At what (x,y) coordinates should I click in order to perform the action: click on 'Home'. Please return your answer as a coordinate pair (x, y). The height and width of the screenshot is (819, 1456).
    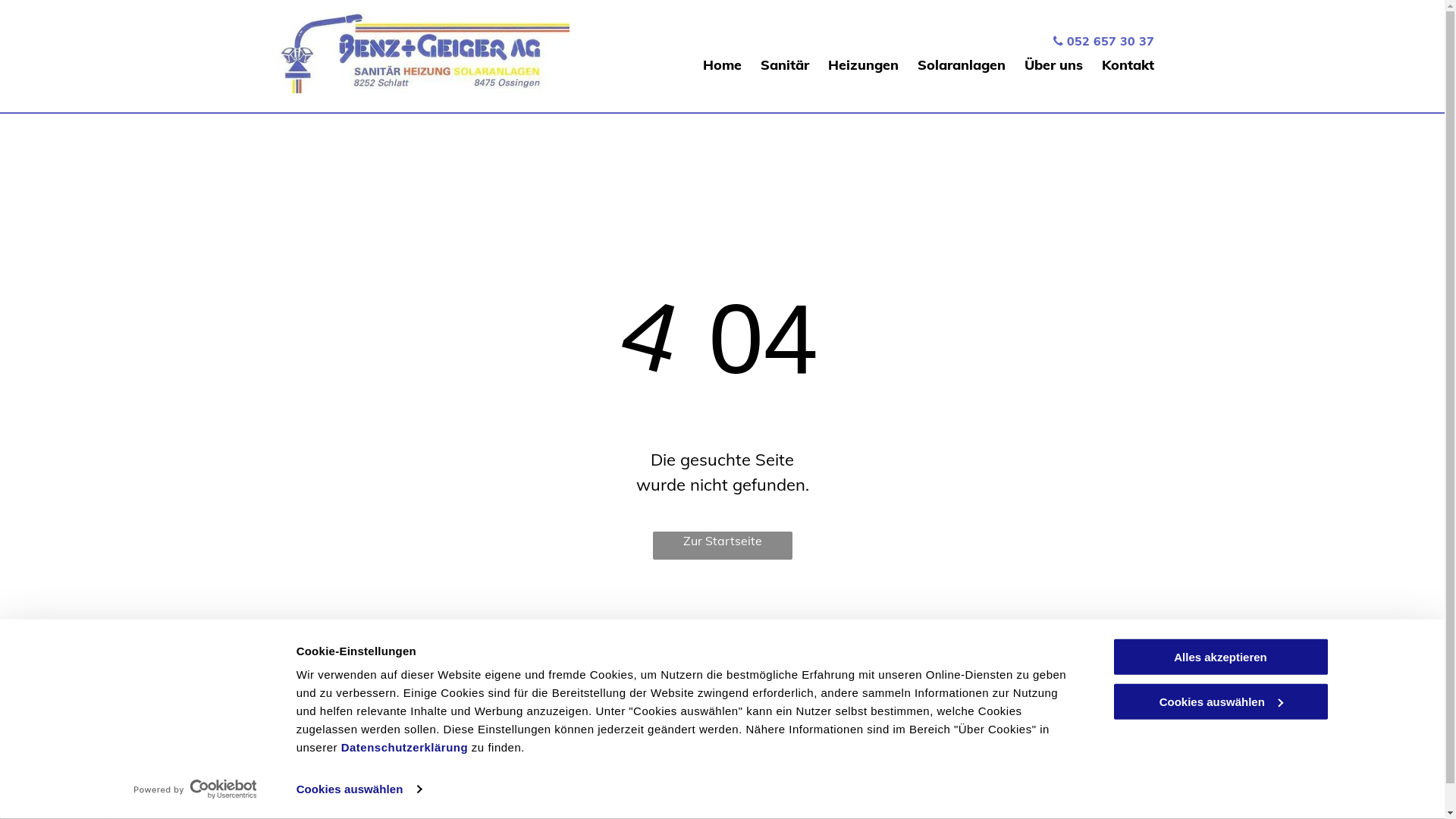
    Looking at the image, I should click on (701, 64).